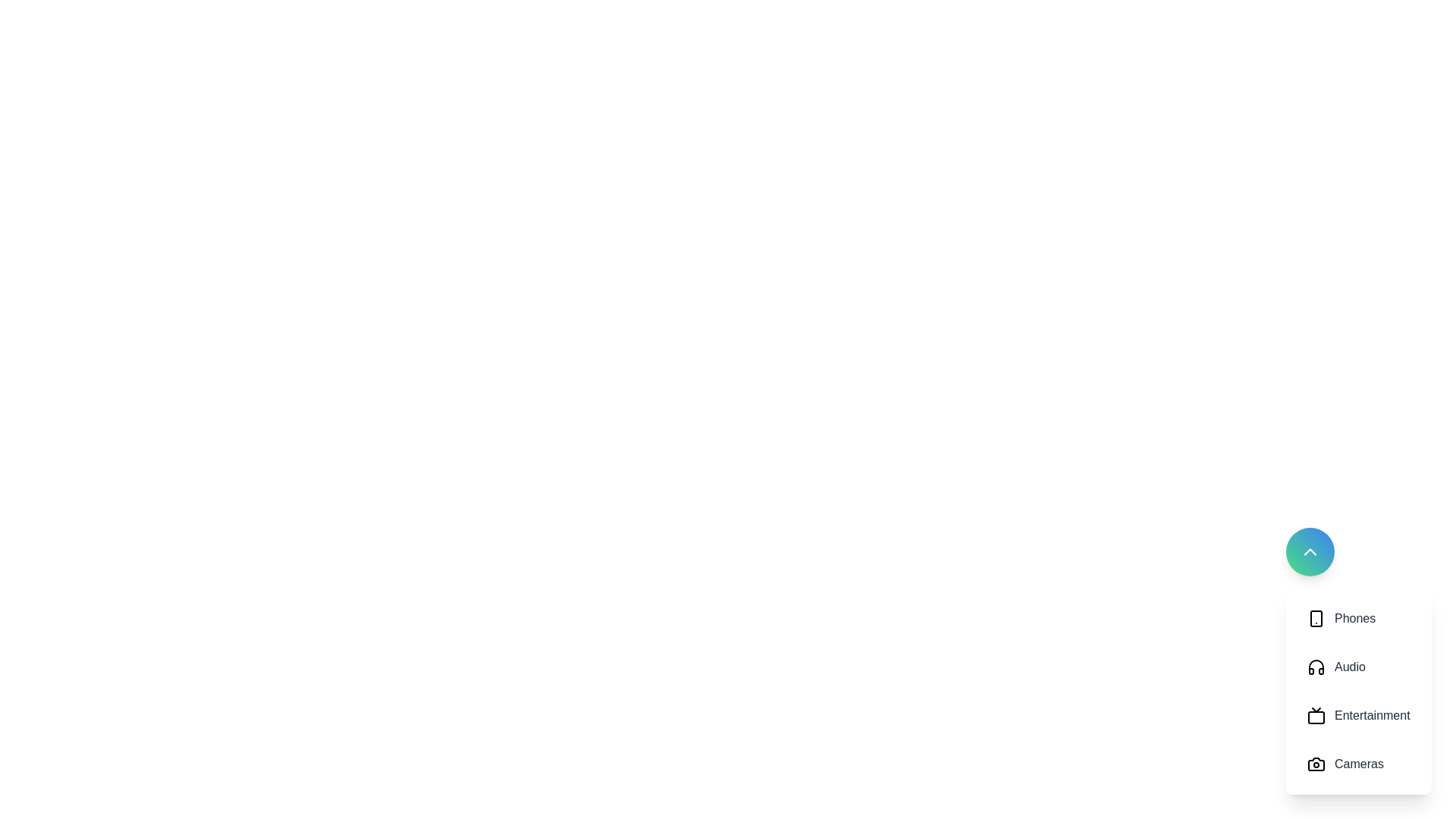 Image resolution: width=1456 pixels, height=819 pixels. I want to click on the category button labeled 'Entertainment' to observe any visual changes or tooltips, so click(1358, 716).